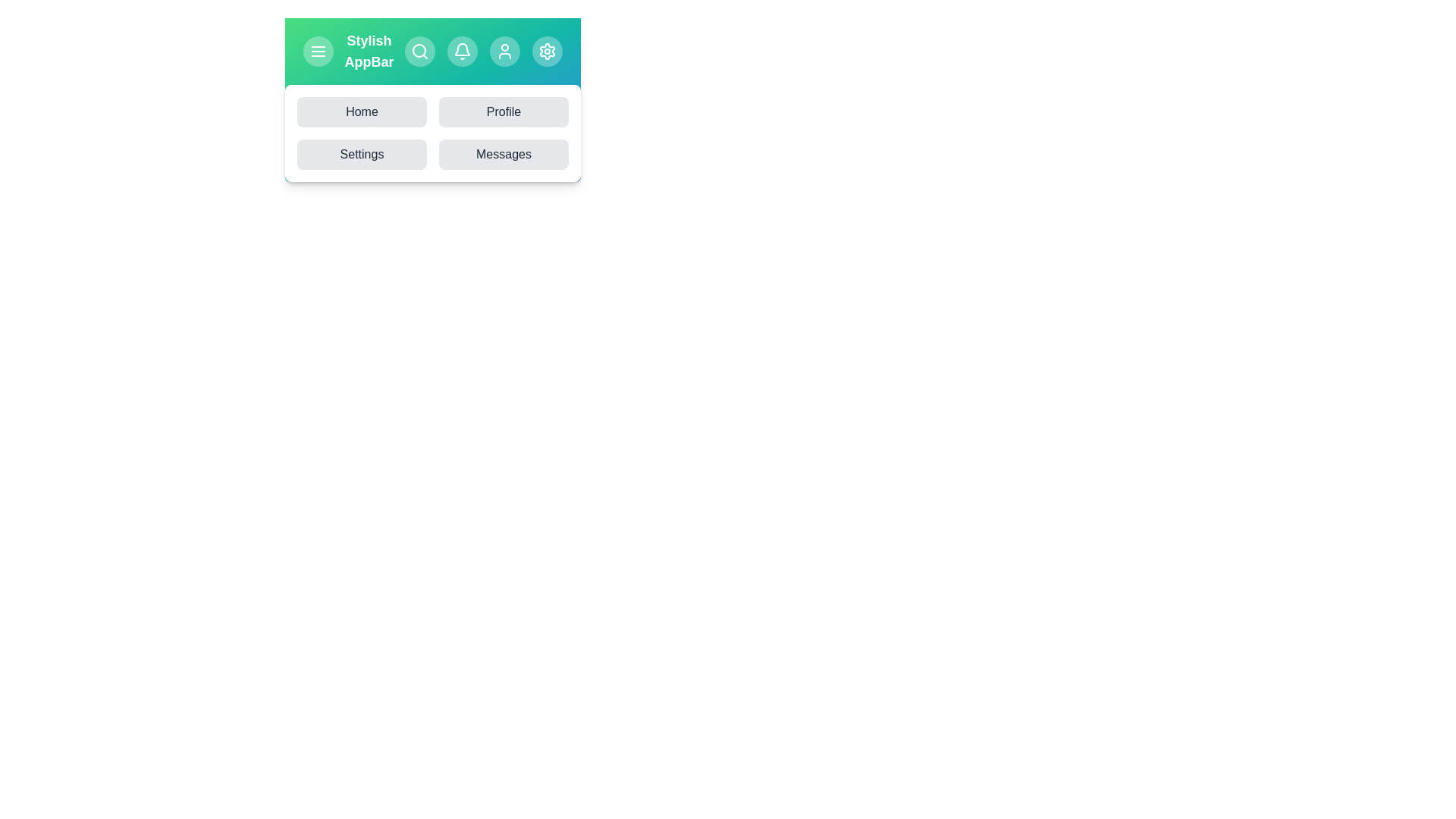 This screenshot has width=1456, height=819. Describe the element at coordinates (318, 51) in the screenshot. I see `the menu toggle button to toggle the menu visibility` at that location.